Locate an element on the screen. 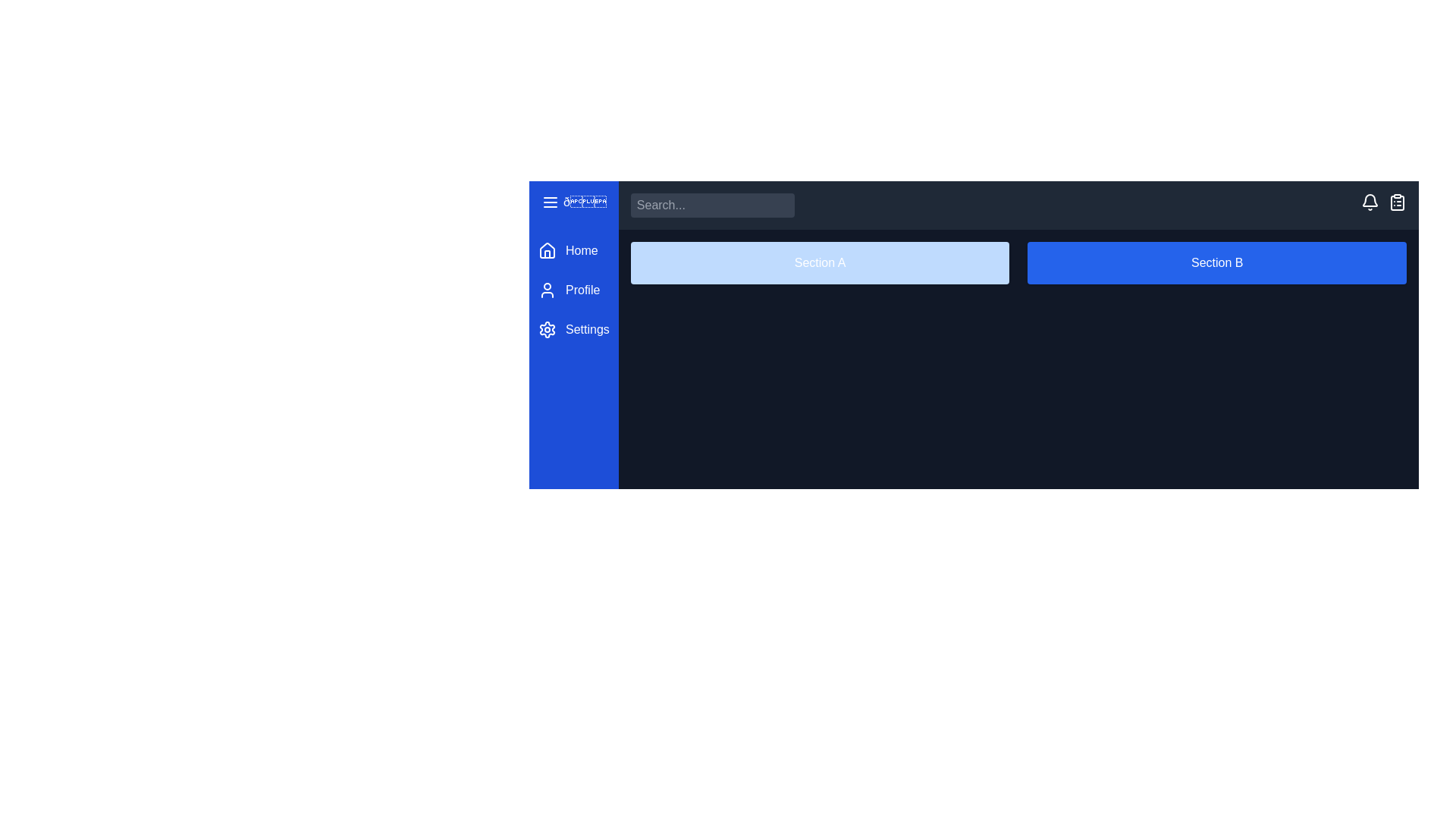 Image resolution: width=1456 pixels, height=819 pixels. the 'Home' navigation icon located at the top of the vertical navigation bar on the left side of the interface is located at coordinates (546, 250).